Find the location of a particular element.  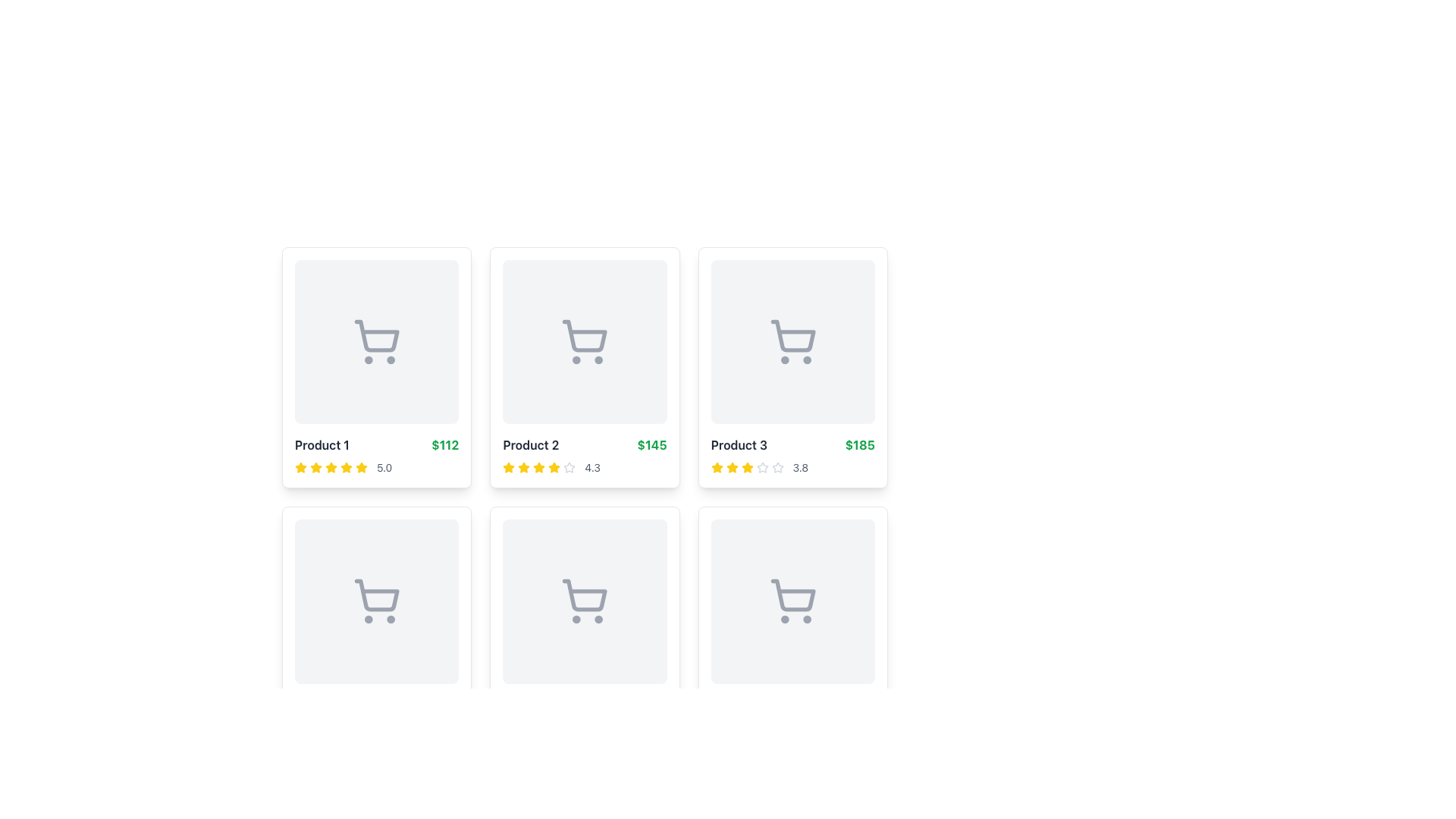

Text label element that serves as the title or label of the product, positioned in the top-left part of the product card, directly above the star rating and to the left of the price information is located at coordinates (321, 444).